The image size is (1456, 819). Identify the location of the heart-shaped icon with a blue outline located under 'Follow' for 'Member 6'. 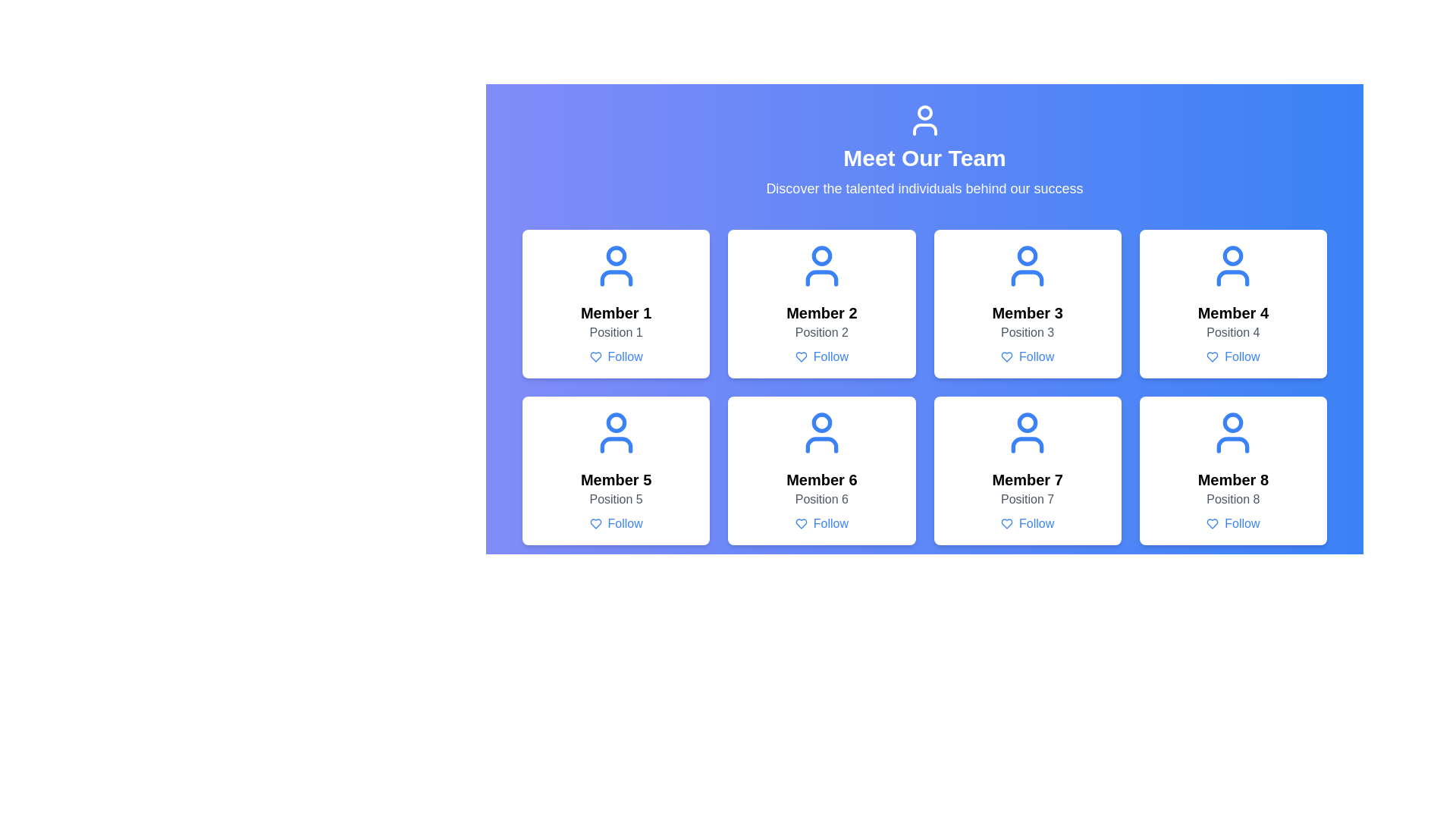
(800, 522).